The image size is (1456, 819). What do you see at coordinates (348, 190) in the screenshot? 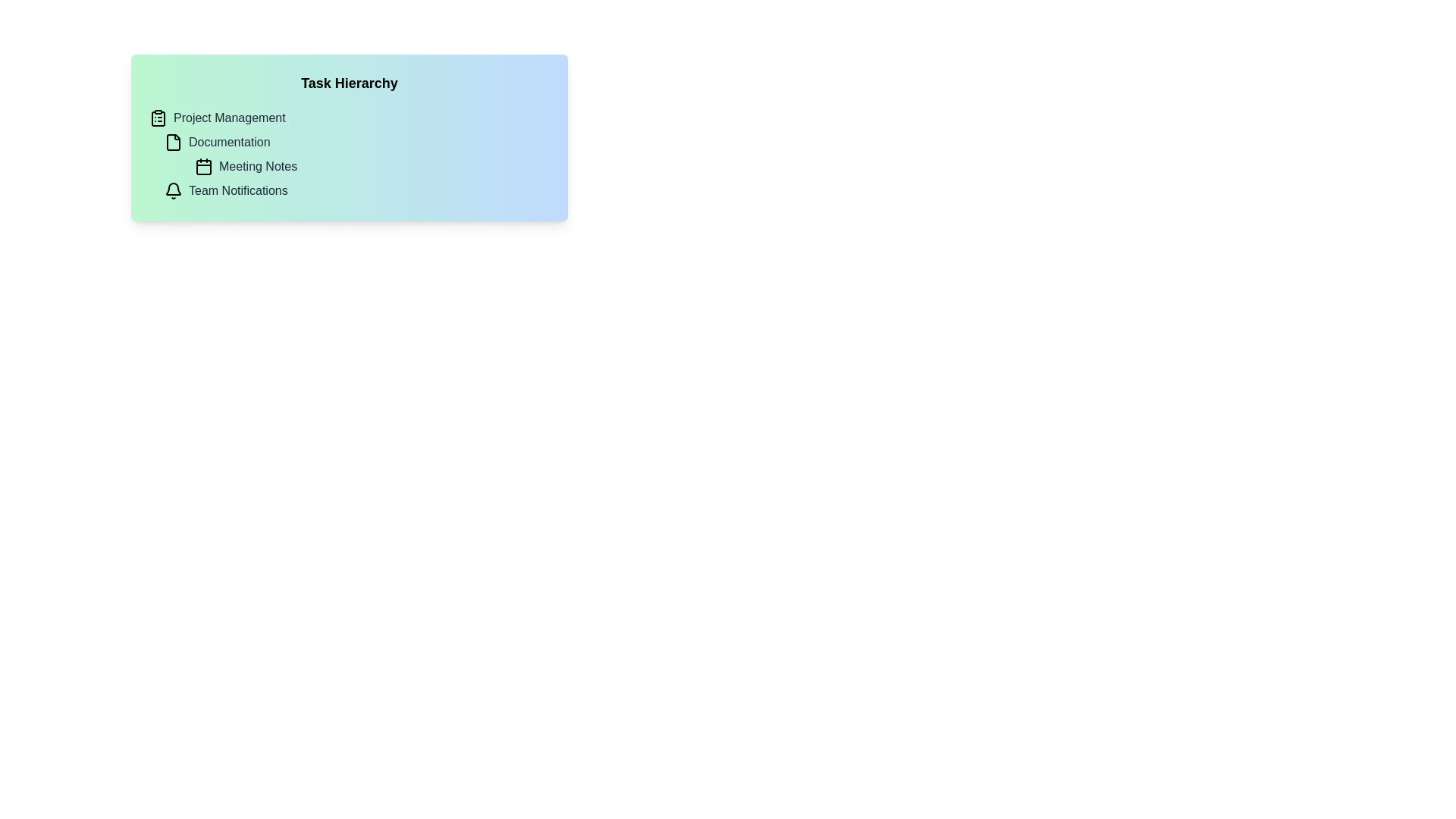
I see `the 'Team Notifications' list item, which is the fourth item under 'Task Hierarchy'` at bounding box center [348, 190].